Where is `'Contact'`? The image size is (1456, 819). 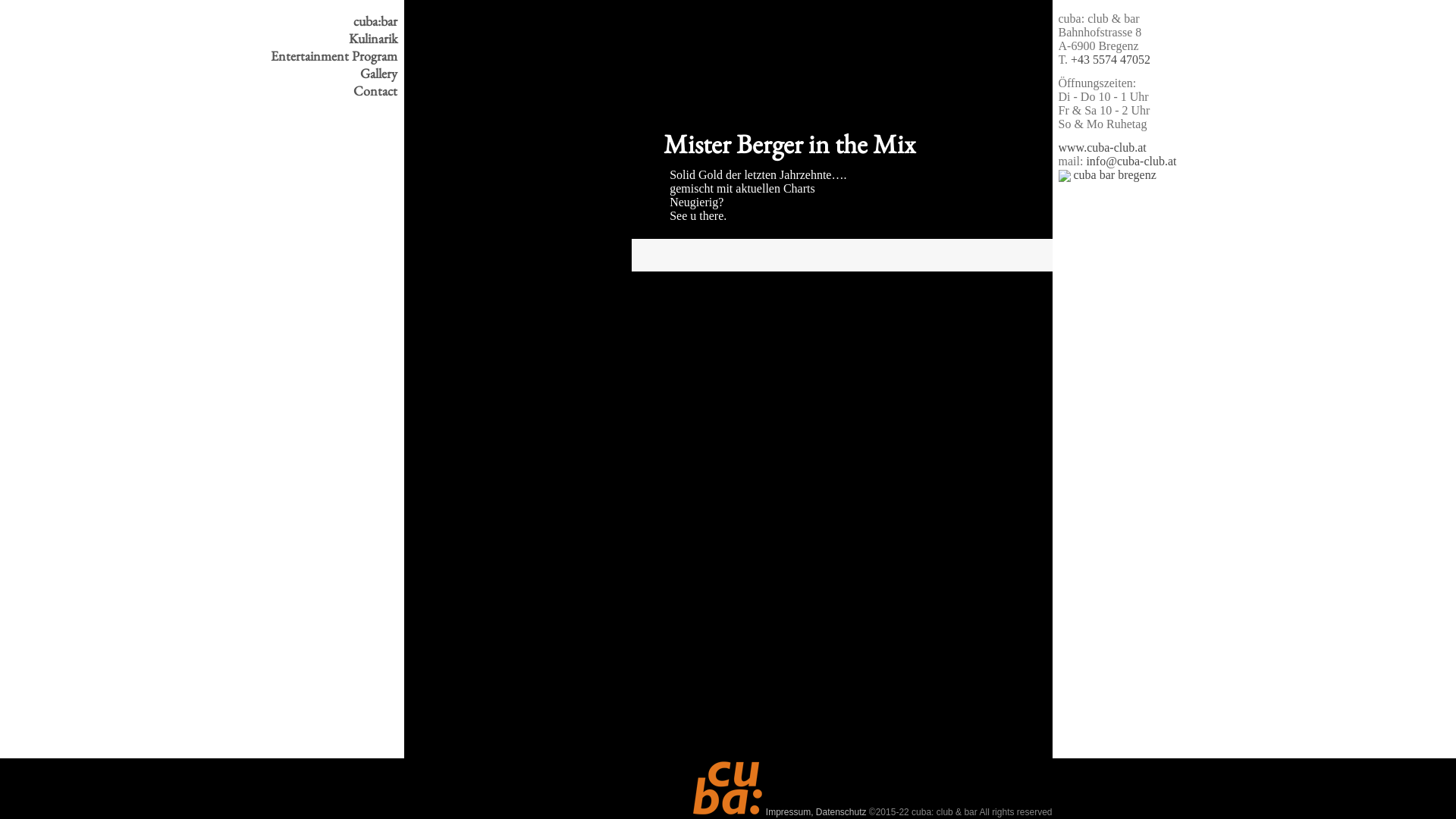
'Contact' is located at coordinates (336, 90).